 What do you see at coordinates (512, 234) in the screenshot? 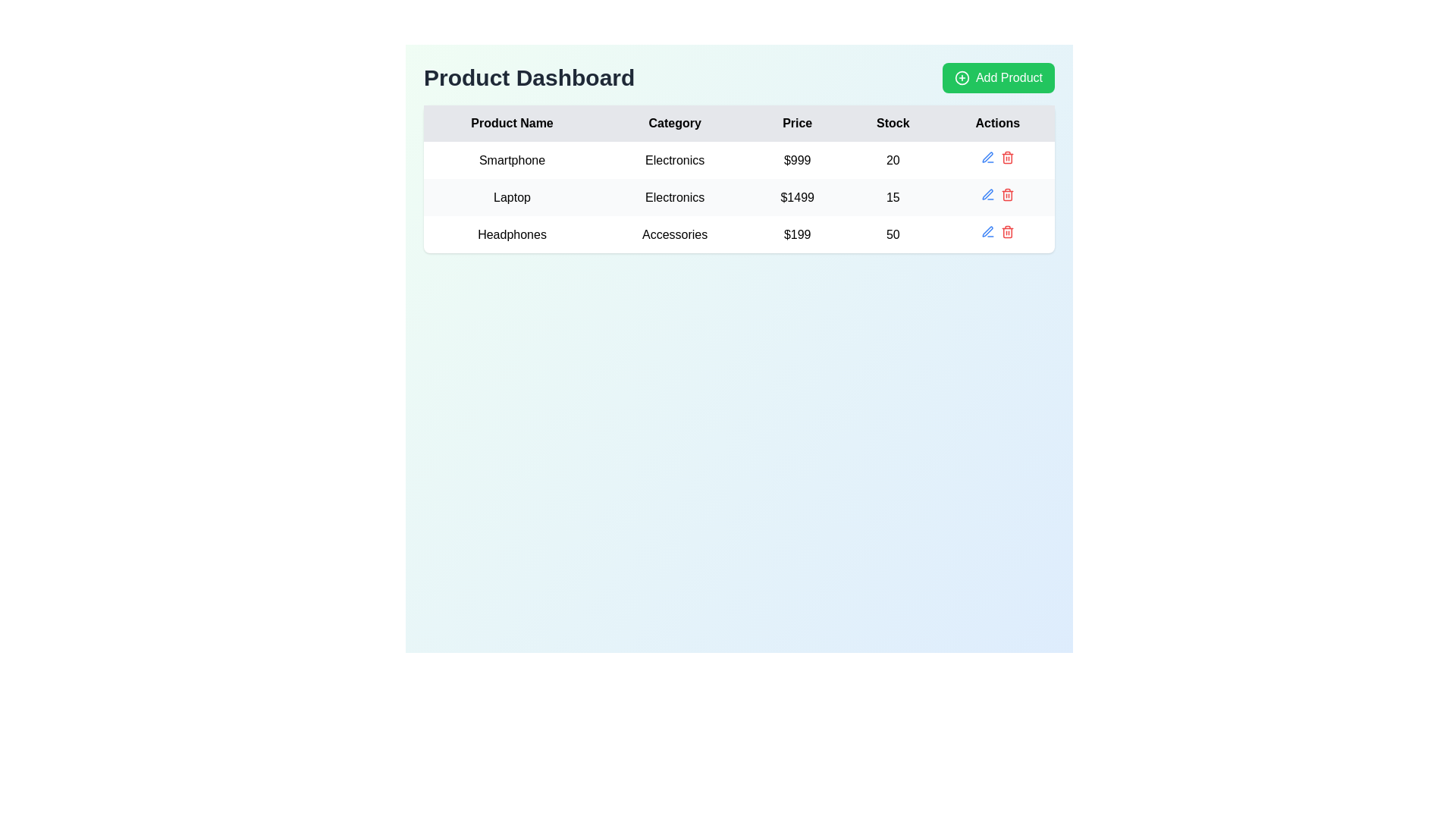
I see `the 'Product Name' label in the third row of the Product Dashboard` at bounding box center [512, 234].